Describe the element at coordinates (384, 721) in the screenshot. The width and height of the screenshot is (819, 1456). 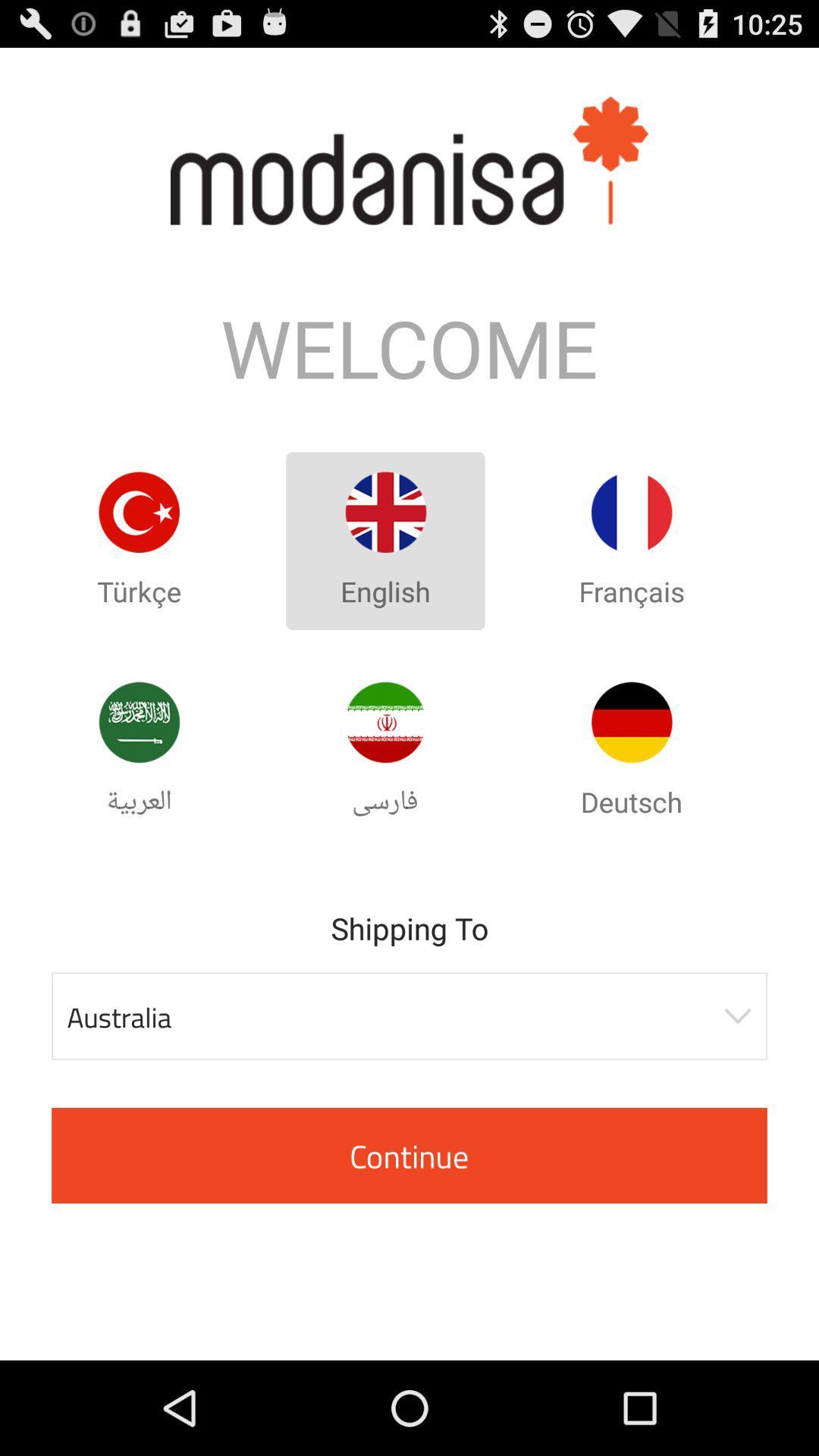
I see `switch to hebrew` at that location.